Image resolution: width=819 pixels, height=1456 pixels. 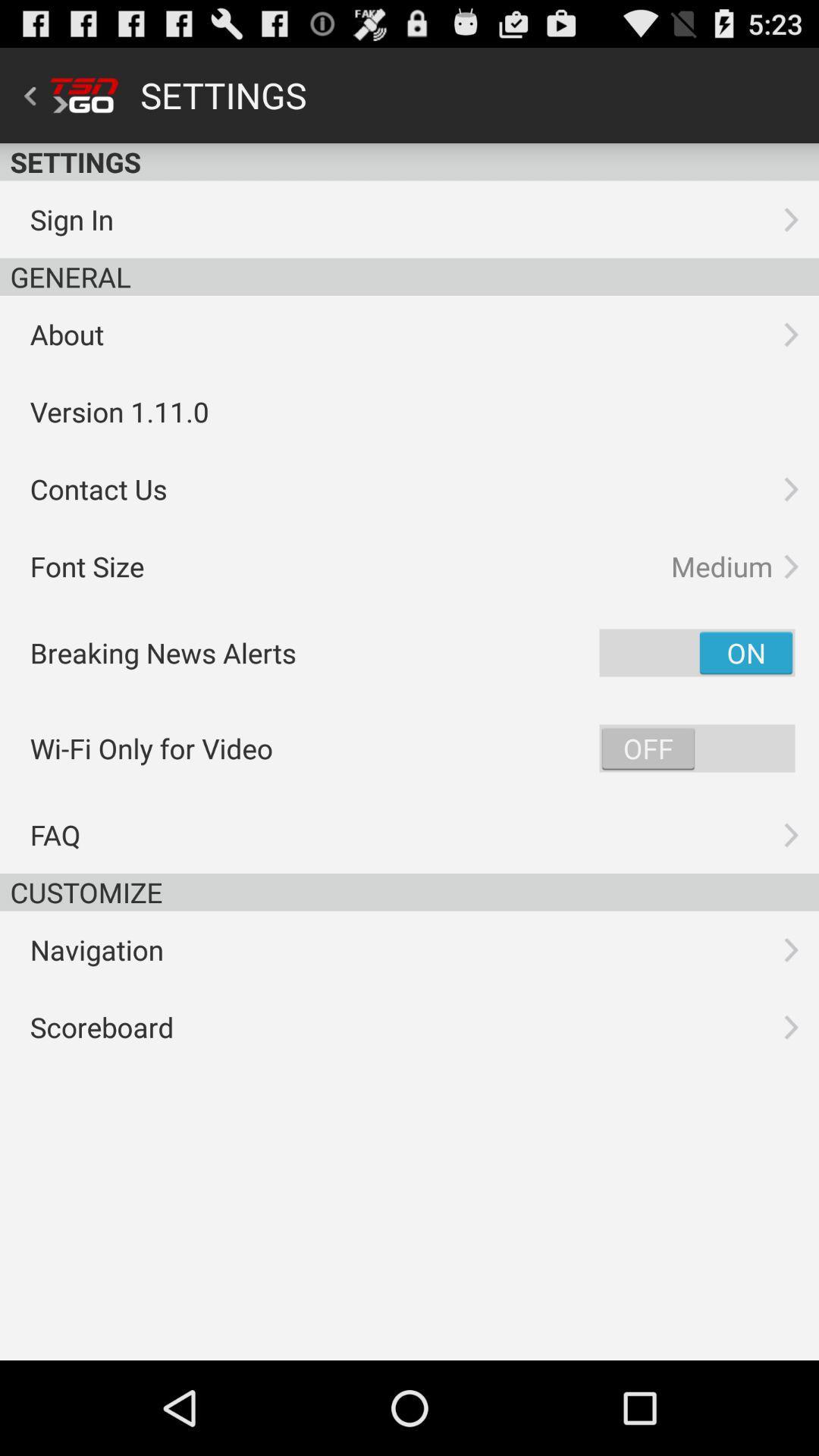 I want to click on wi-fi only for video, so click(x=697, y=748).